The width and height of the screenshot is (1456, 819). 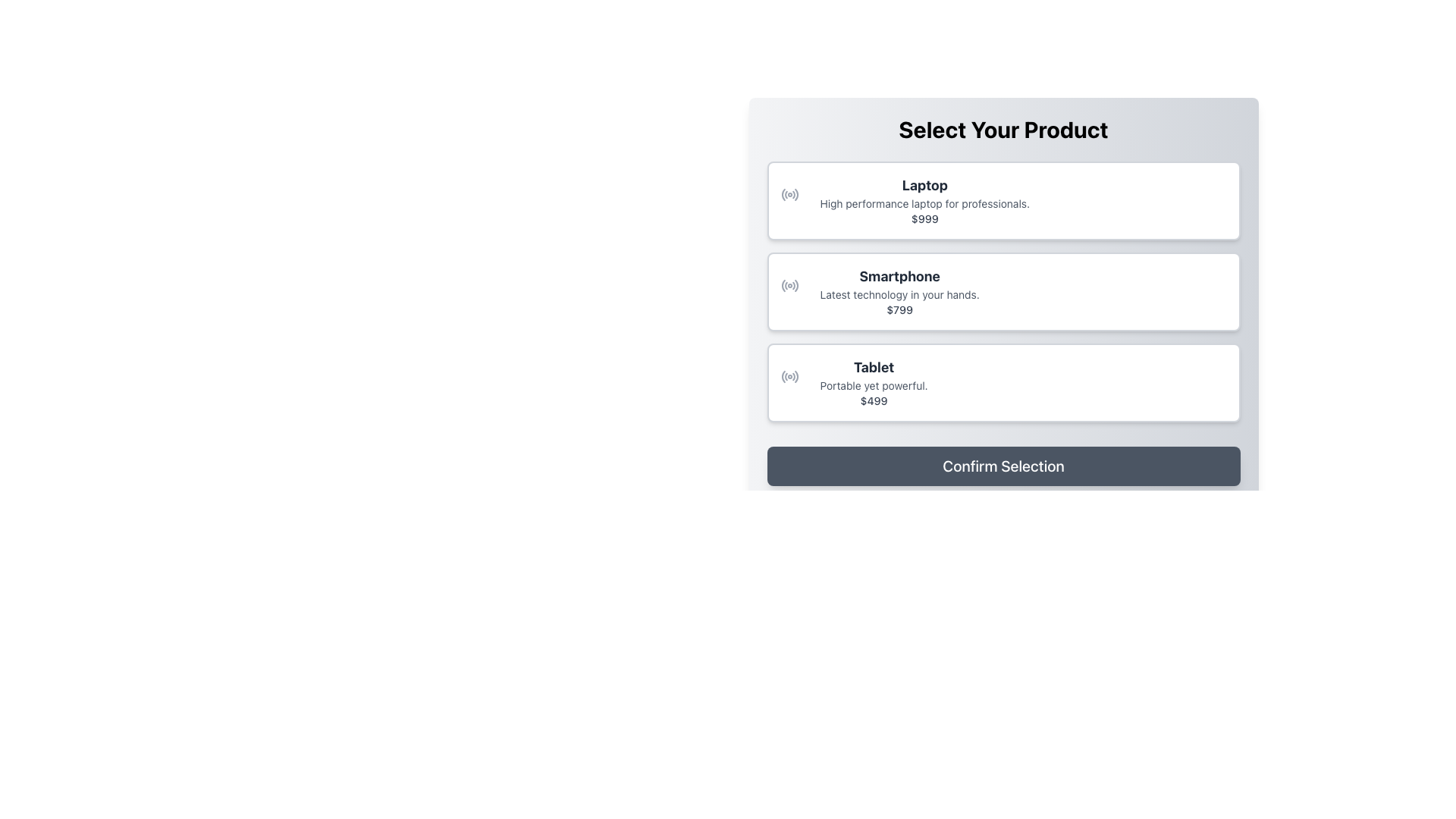 I want to click on the icon representing connectivity or selection in the upper-left corner of the 'Laptop' product card, so click(x=795, y=200).